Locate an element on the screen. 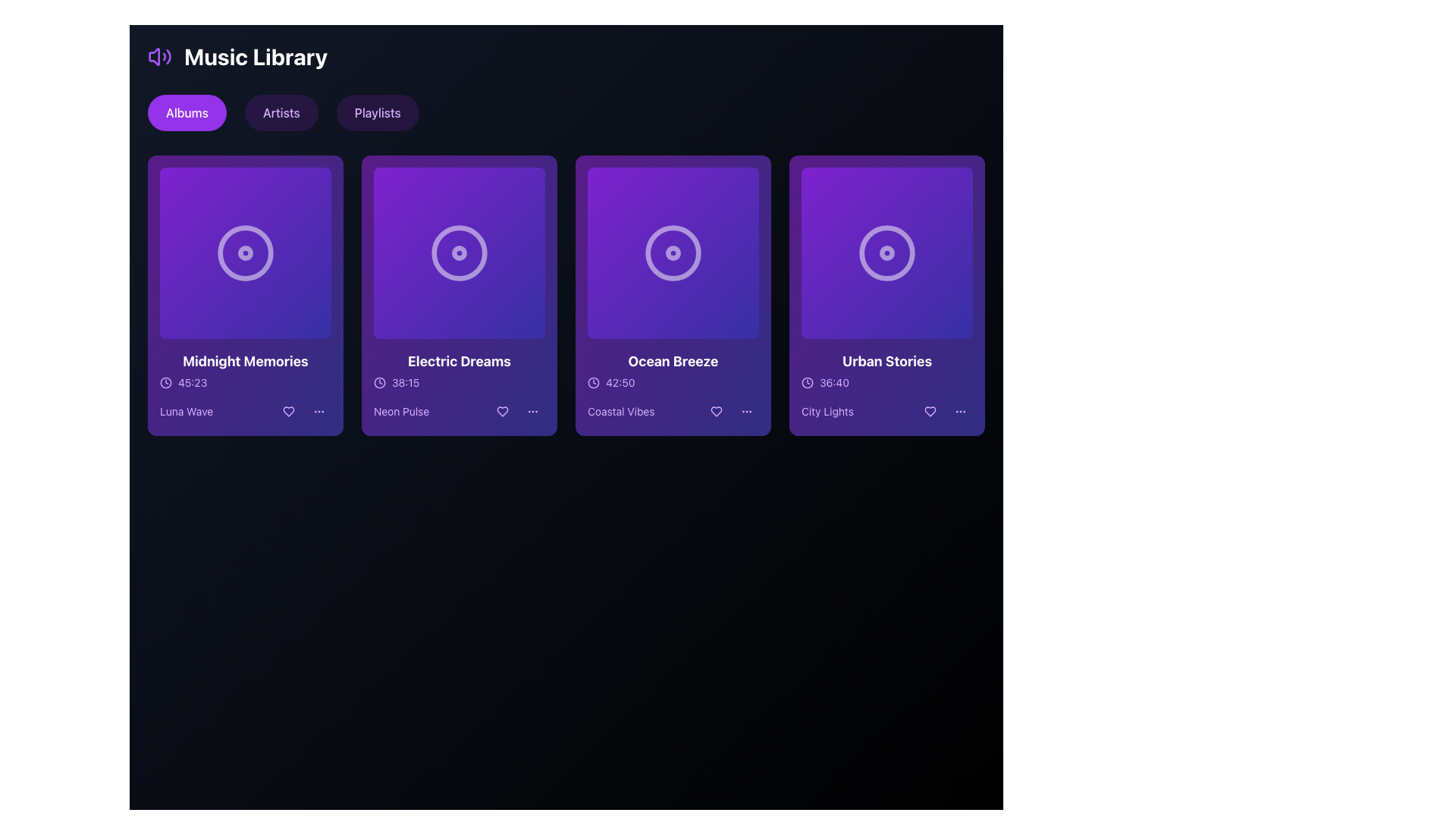 The height and width of the screenshot is (819, 1456). the clock icon component located to the left of the timing text '36:40' to associate it with the time information below is located at coordinates (807, 382).